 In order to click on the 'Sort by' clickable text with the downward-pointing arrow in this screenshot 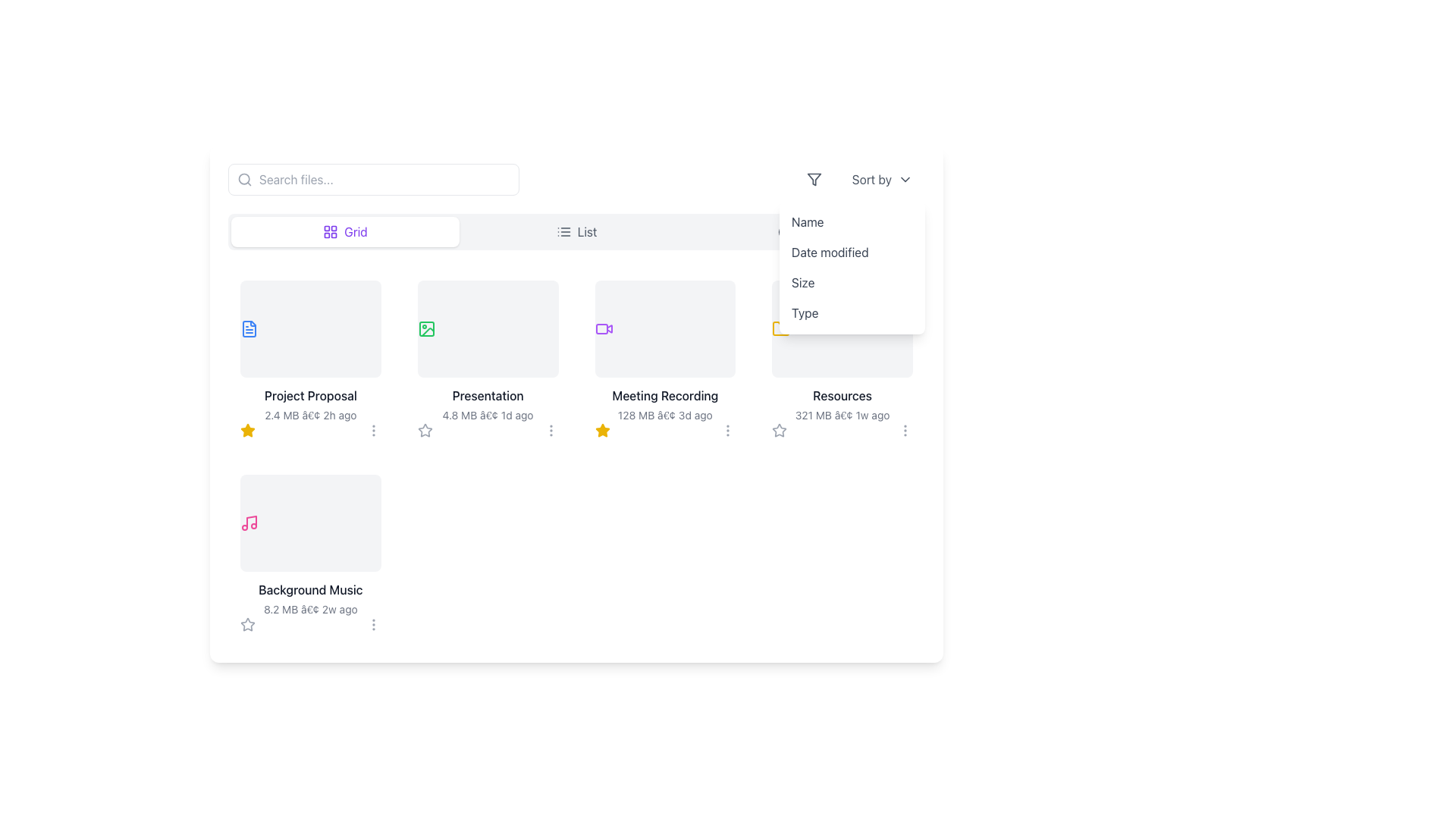, I will do `click(882, 178)`.